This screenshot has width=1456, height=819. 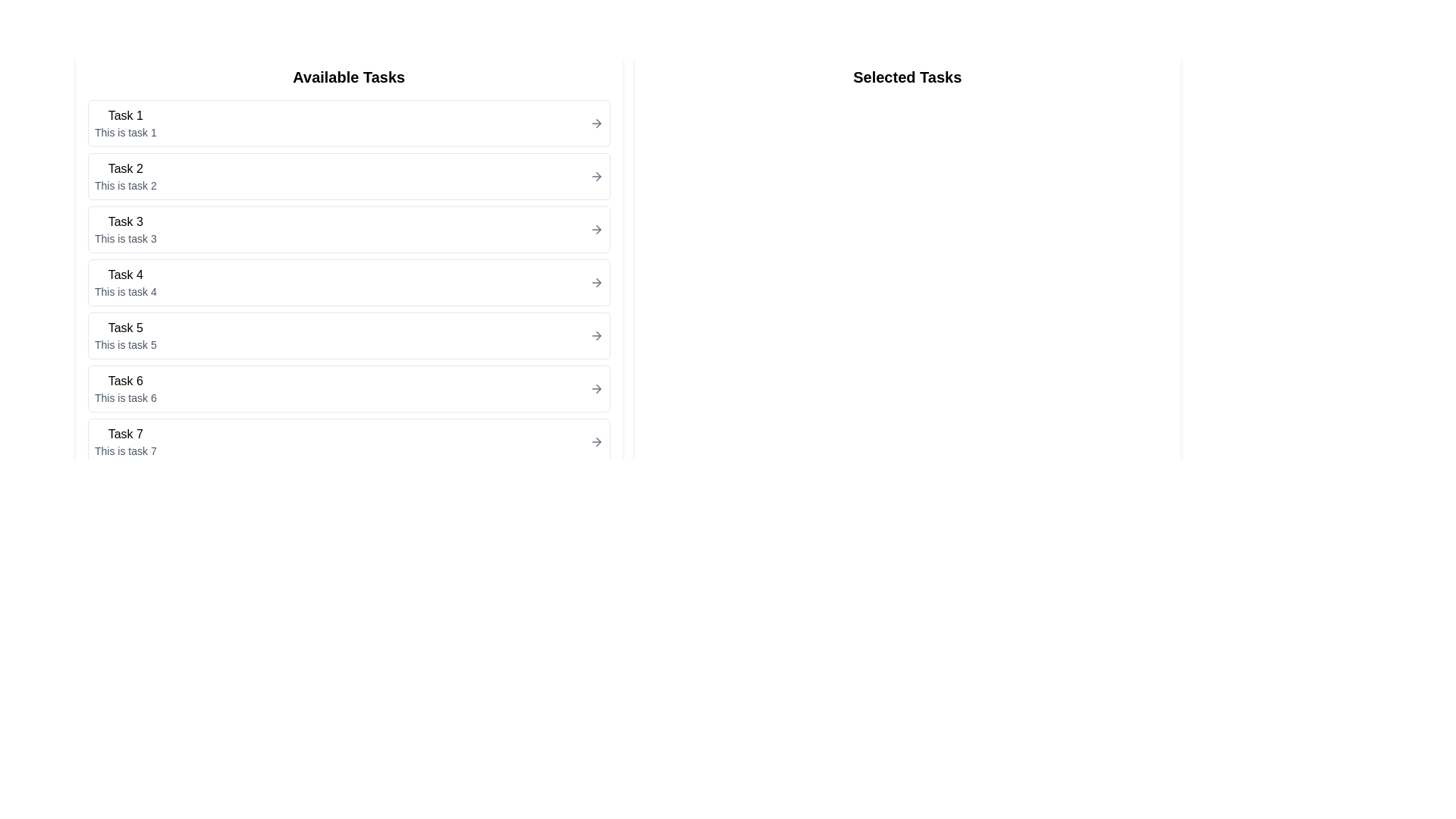 I want to click on the right-pointing arrow icon button located at the far right of the 'Task 5' block to proceed to the next step or page, so click(x=595, y=335).